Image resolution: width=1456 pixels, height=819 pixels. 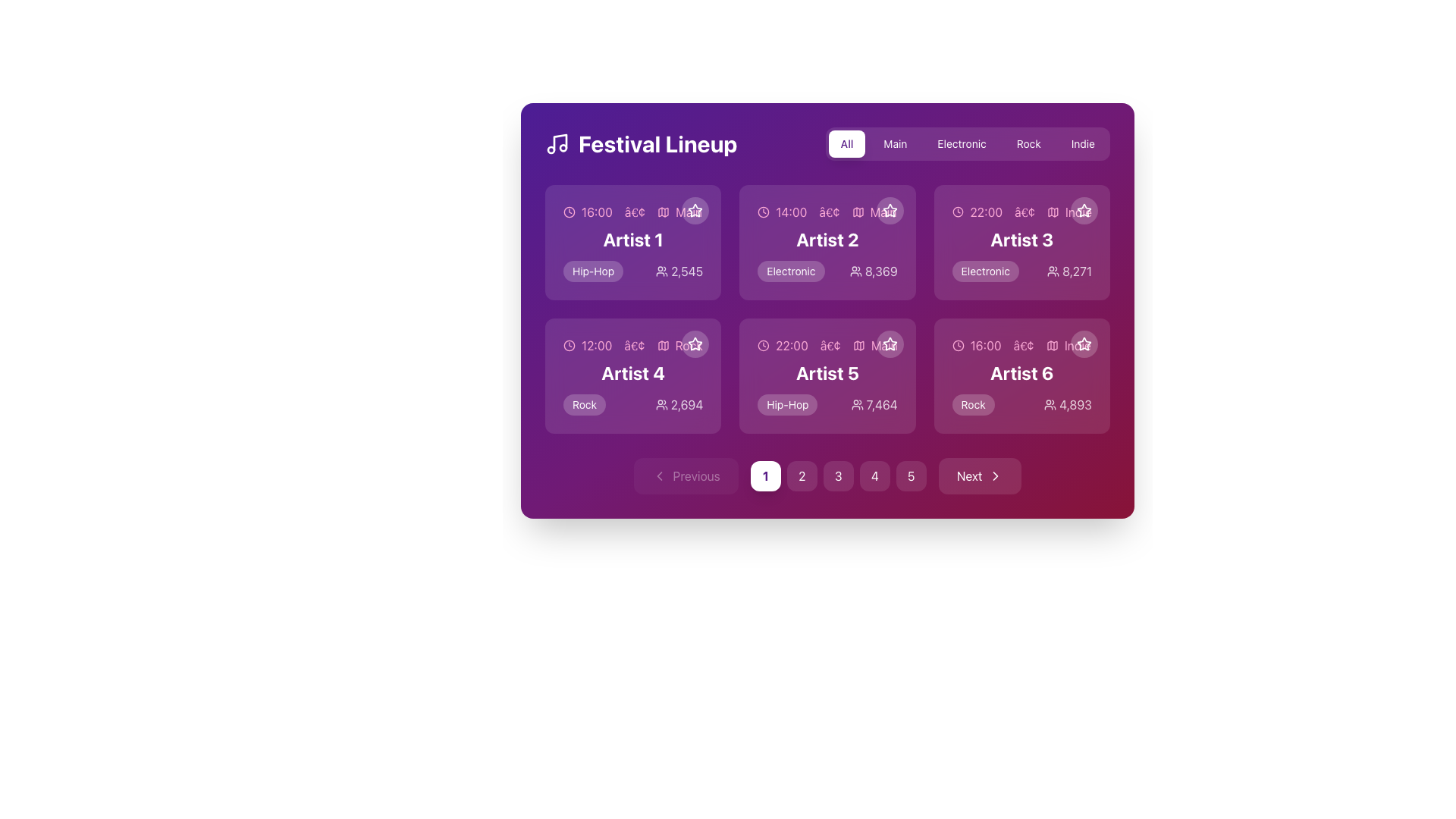 What do you see at coordinates (659, 475) in the screenshot?
I see `the leftward-pointing chevron icon, which is part of the 'Previous' navigation button at the bottom-left corner of the interface` at bounding box center [659, 475].